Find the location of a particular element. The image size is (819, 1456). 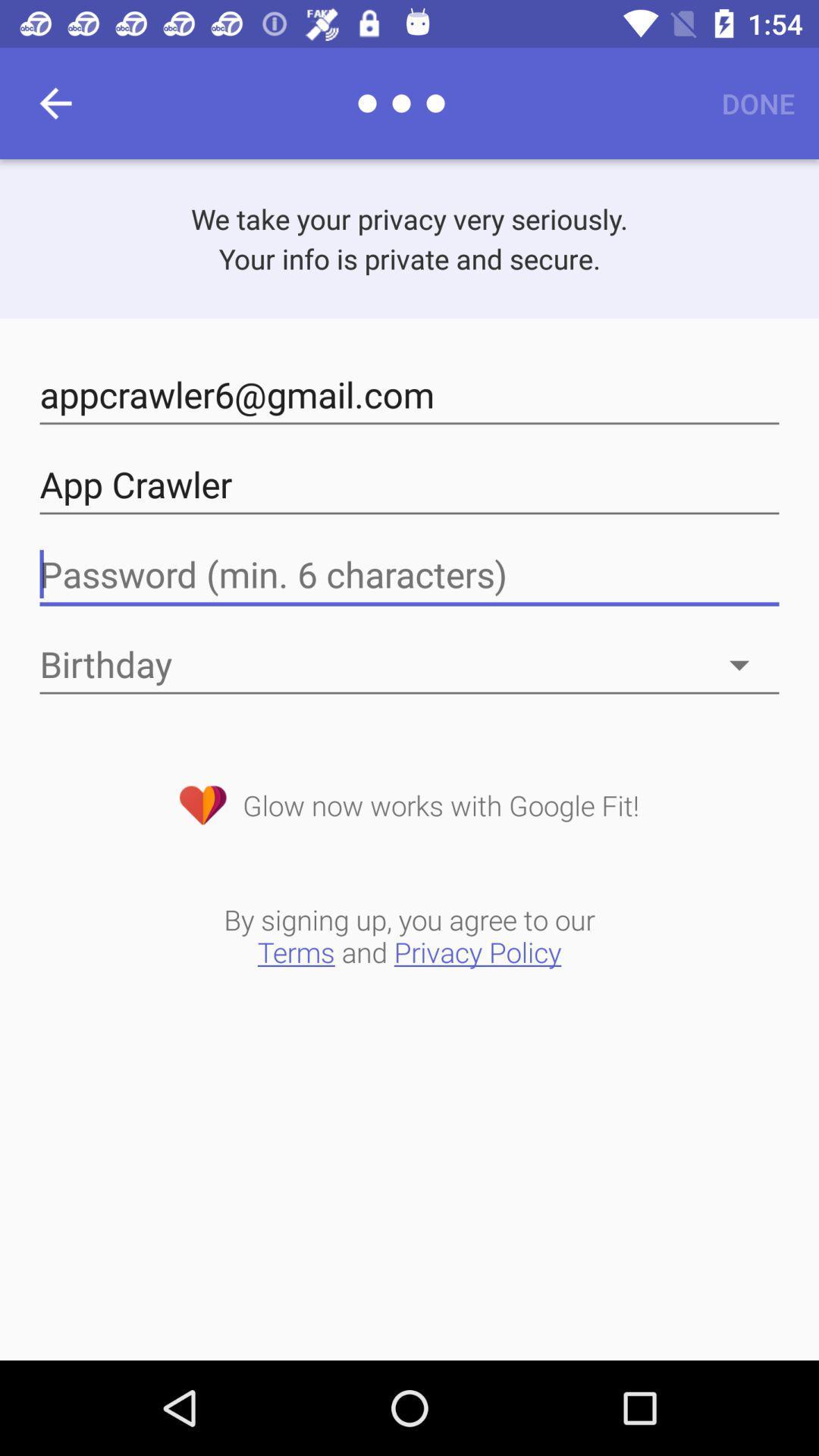

to add password in this space is located at coordinates (409, 574).